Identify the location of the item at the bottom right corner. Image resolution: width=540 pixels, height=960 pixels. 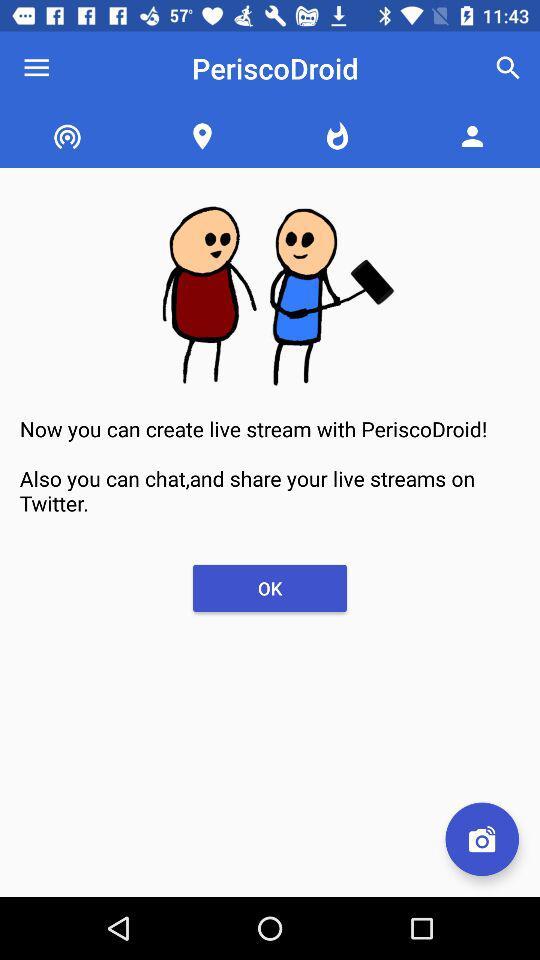
(481, 839).